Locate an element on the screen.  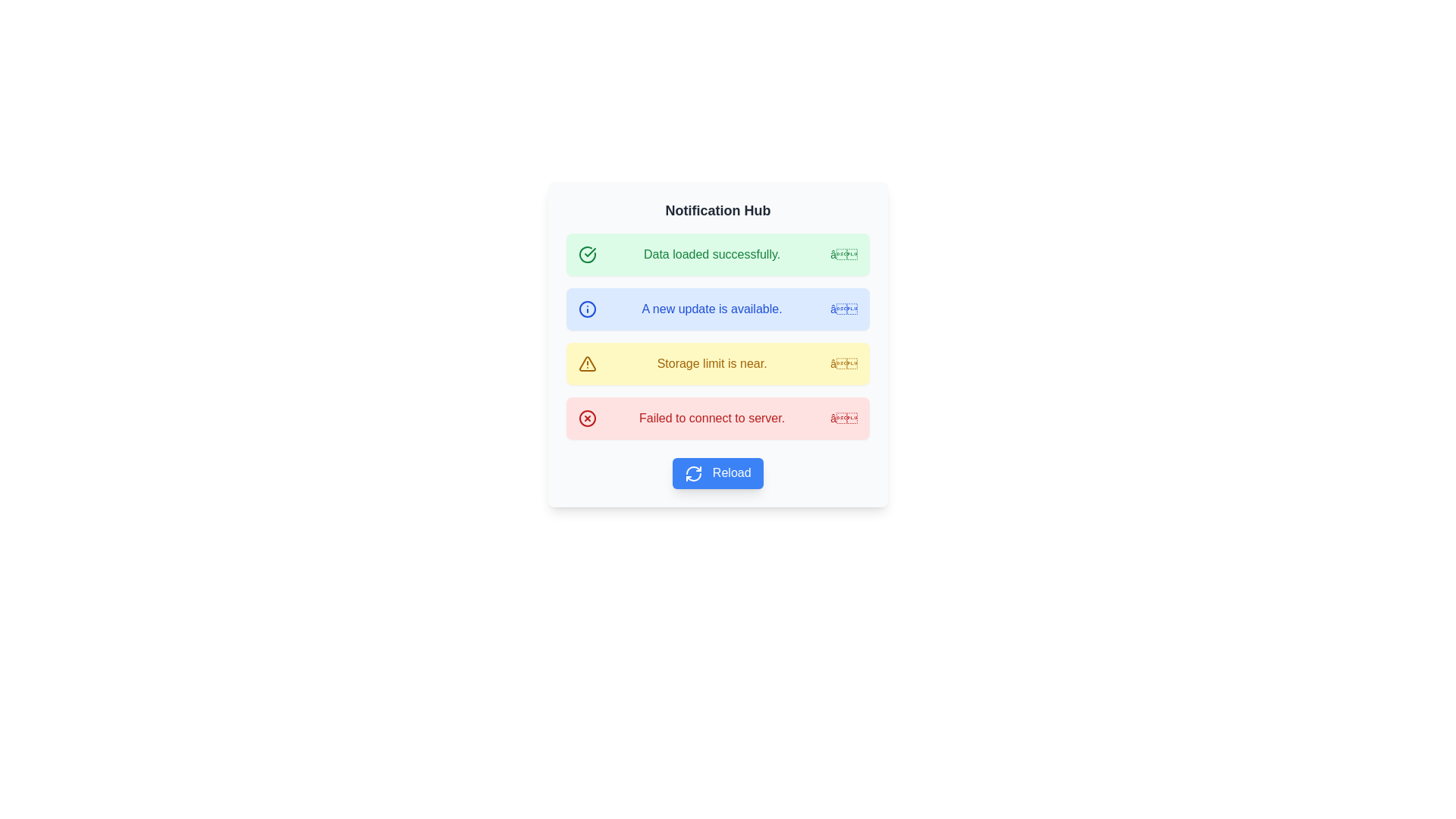
the notification text label warning users about nearing storage limits, located between a blue notification above and a red notification below in the vertical list of notifications is located at coordinates (711, 363).